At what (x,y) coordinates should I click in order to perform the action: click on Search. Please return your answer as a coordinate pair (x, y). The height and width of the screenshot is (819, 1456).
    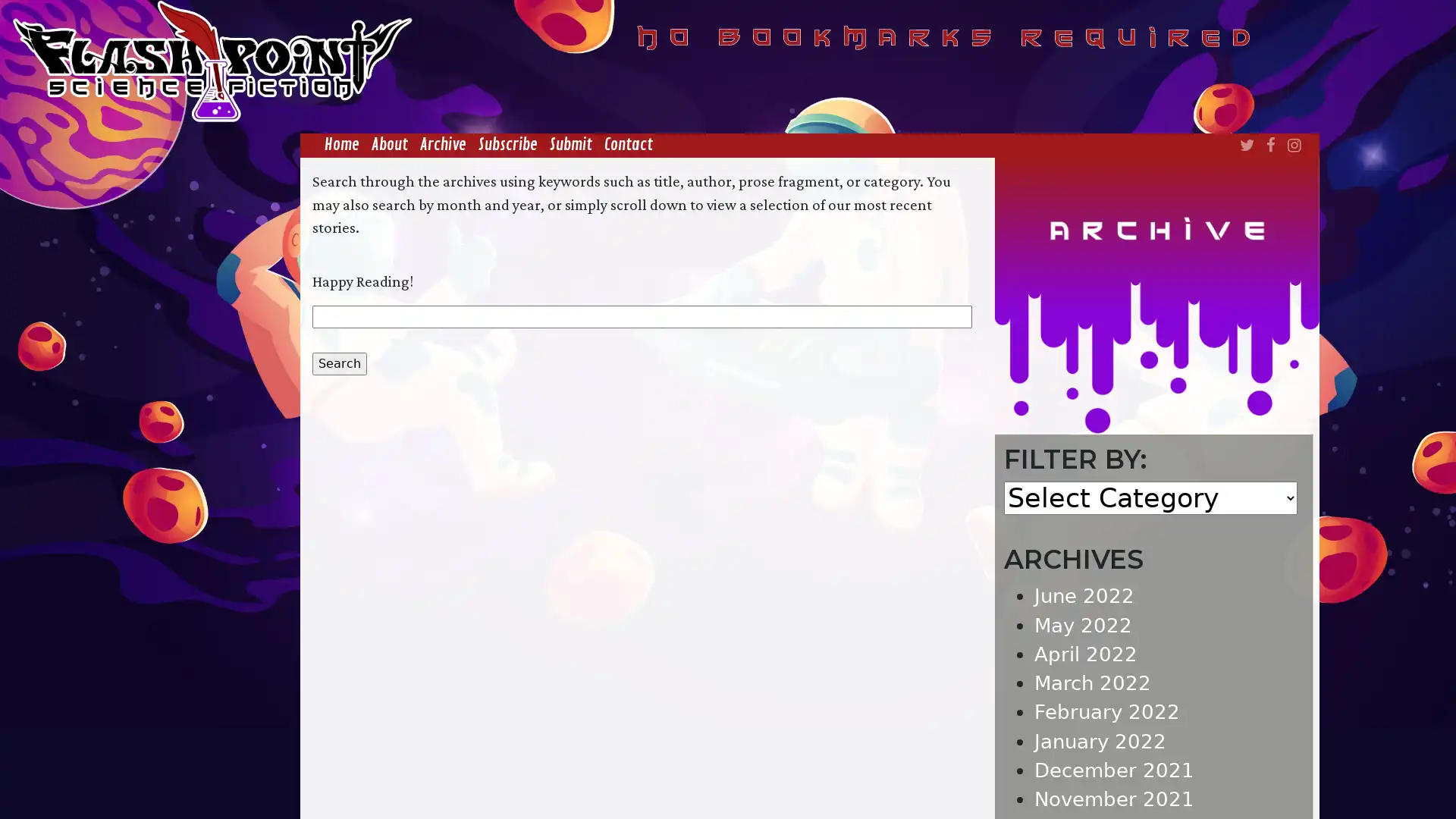
    Looking at the image, I should click on (337, 362).